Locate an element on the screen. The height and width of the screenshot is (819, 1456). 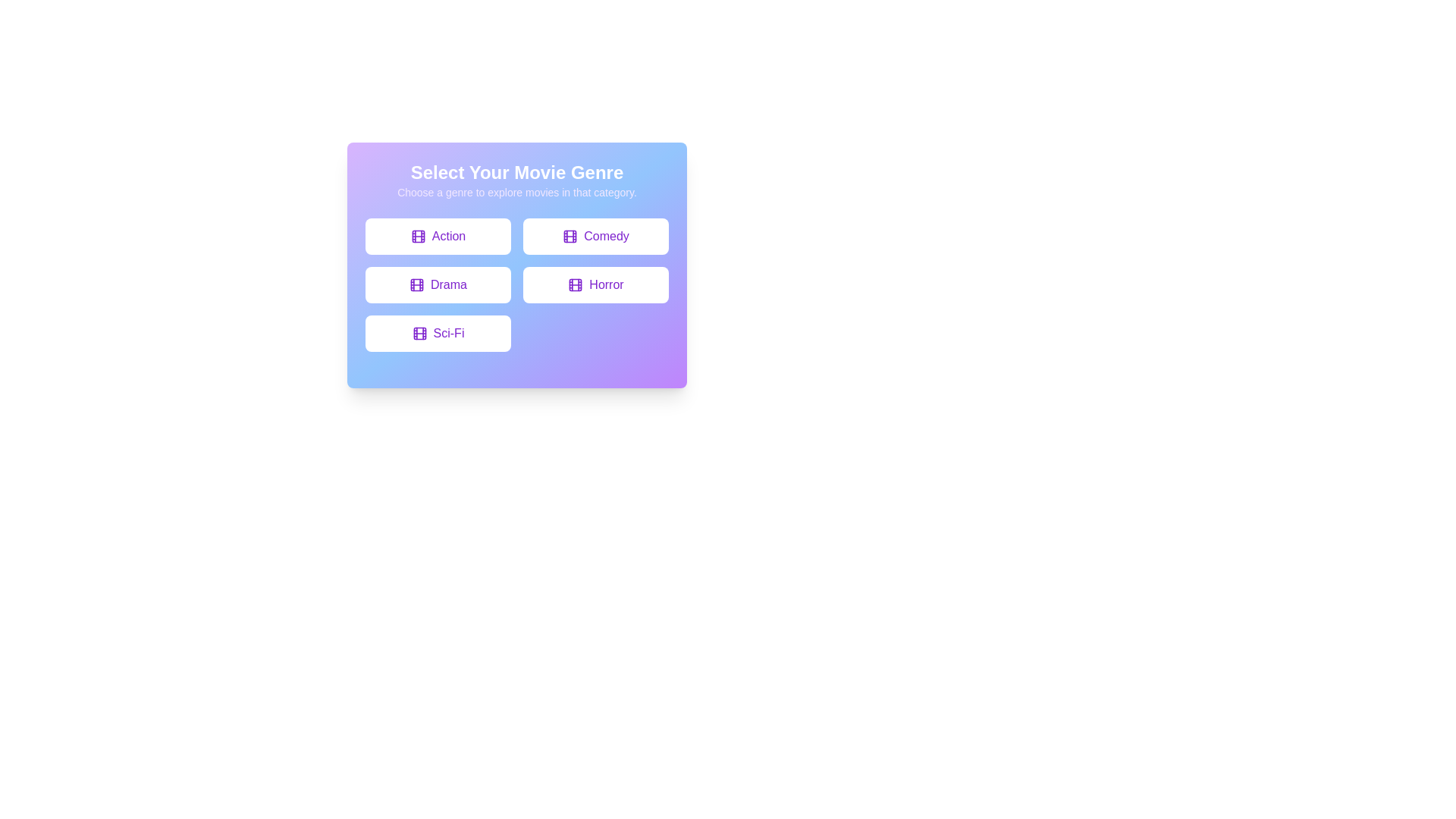
the button labeled Action is located at coordinates (437, 237).